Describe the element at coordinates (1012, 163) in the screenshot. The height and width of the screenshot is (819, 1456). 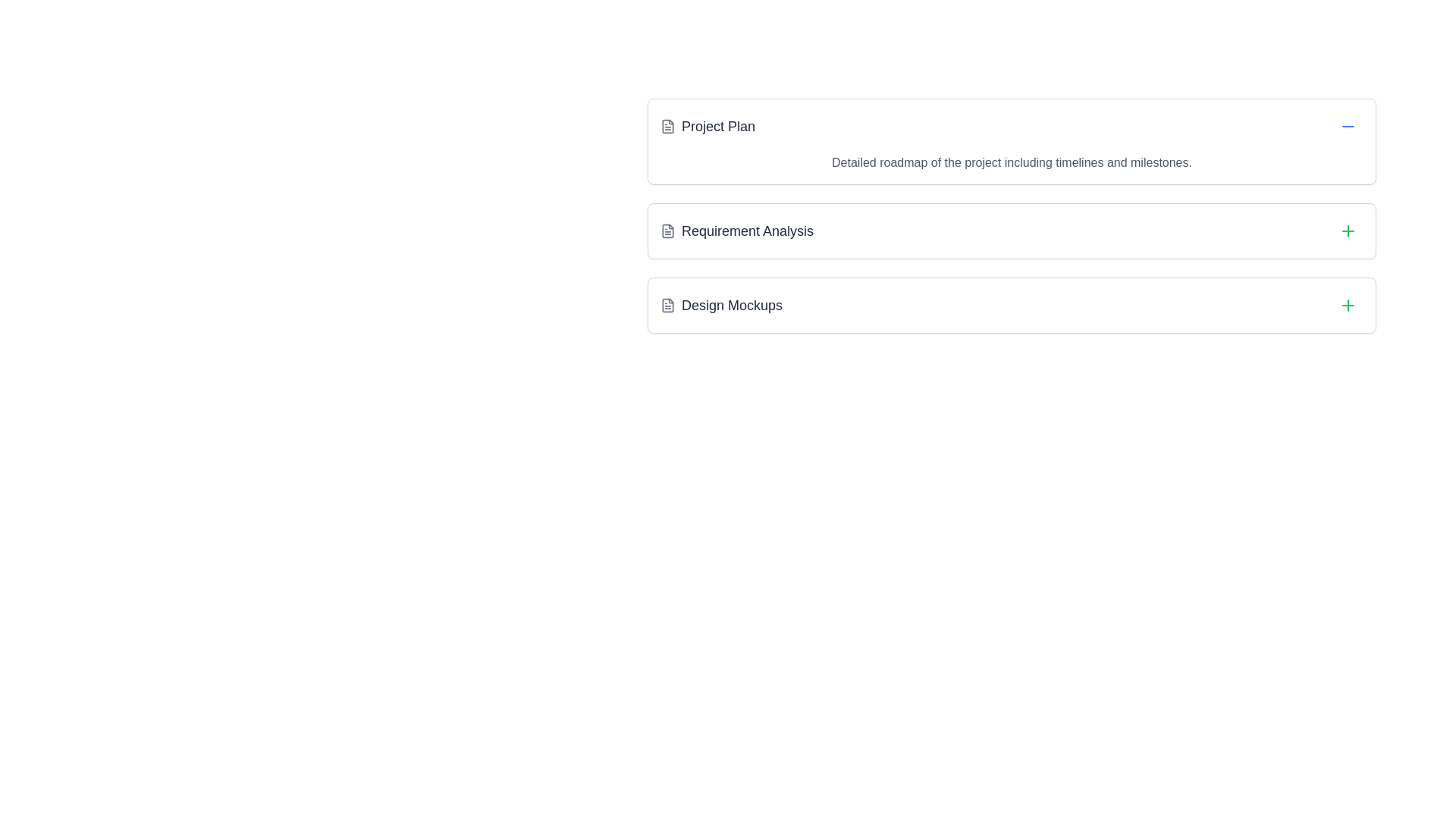
I see `the text block stating 'Detailed roadmap of the project including timelines and milestones.' located beneath the header 'Project Plan'` at that location.